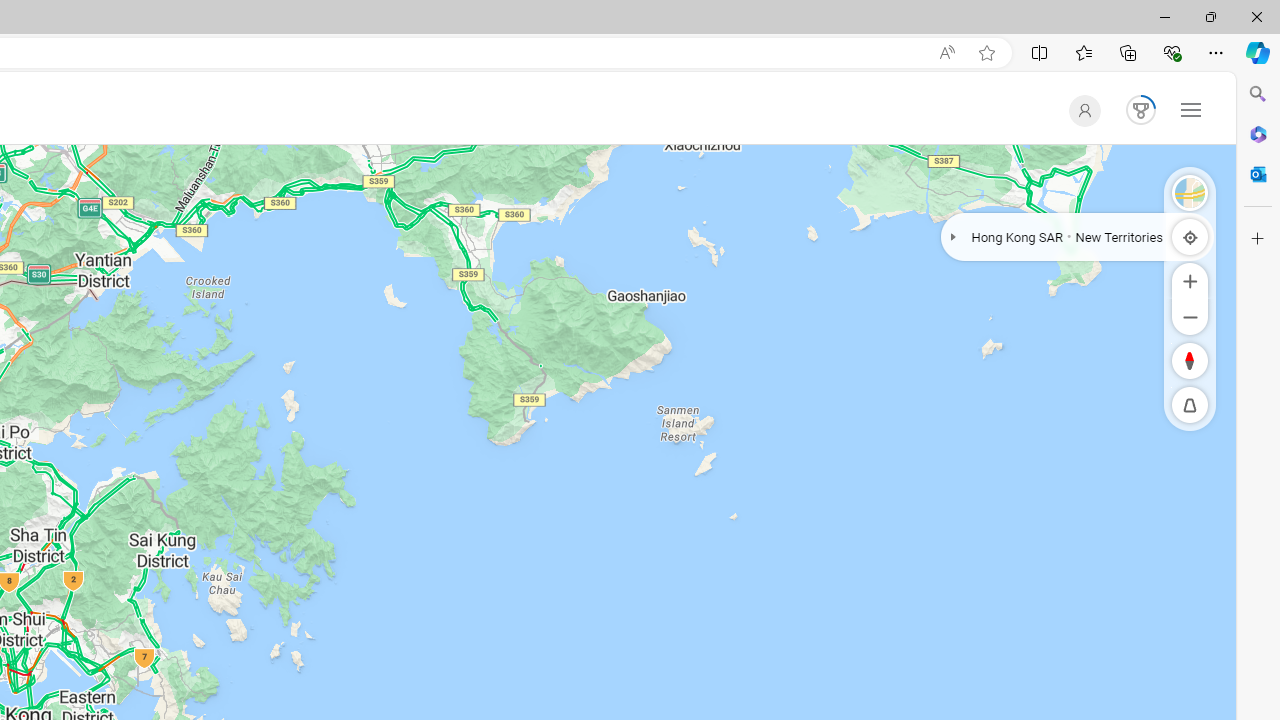 The image size is (1280, 720). Describe the element at coordinates (1141, 110) in the screenshot. I see `'AutomationID: rh_meter'` at that location.